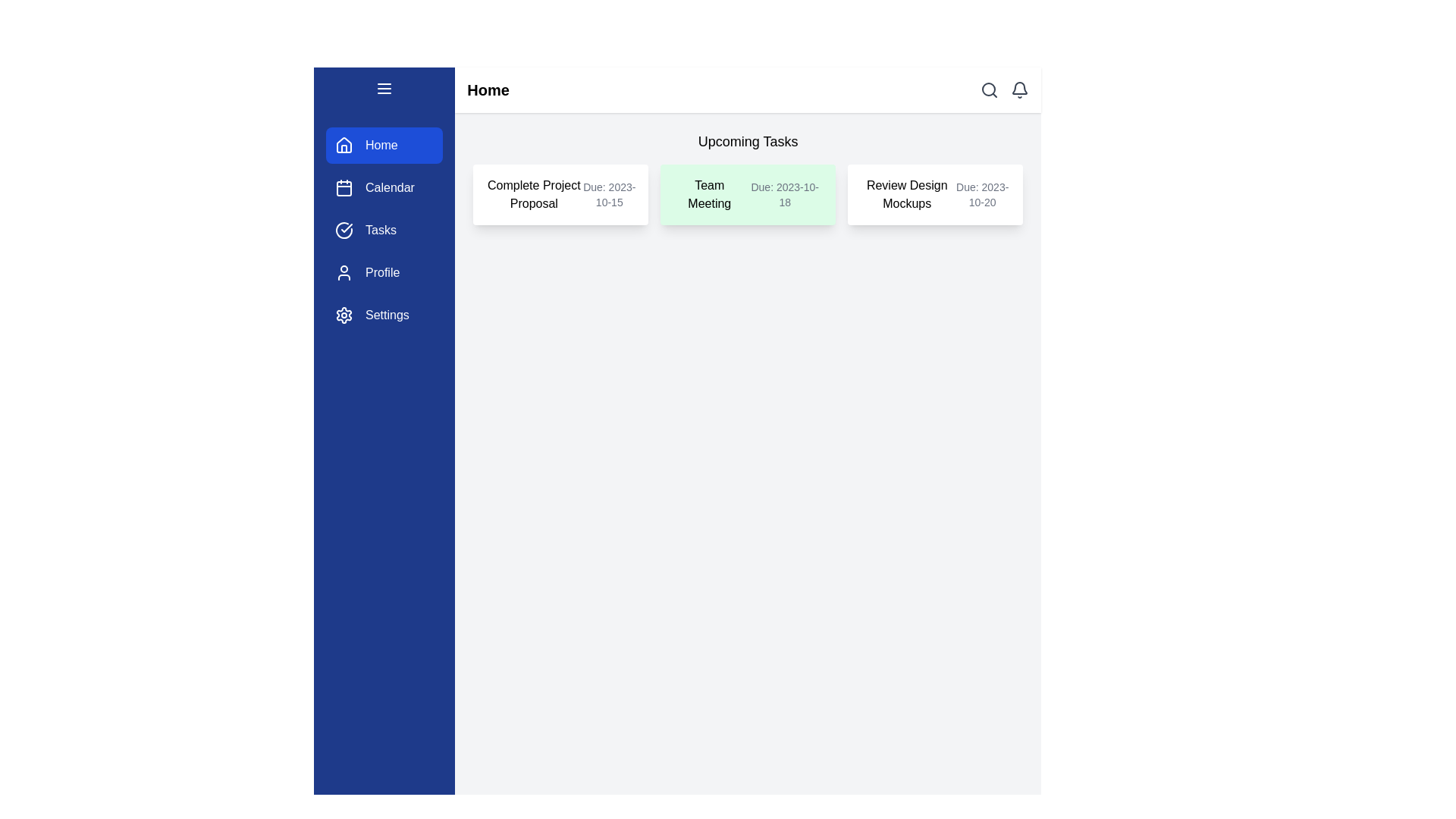 The image size is (1456, 819). I want to click on the 'Team Meeting' task card in the task management layout, so click(748, 194).